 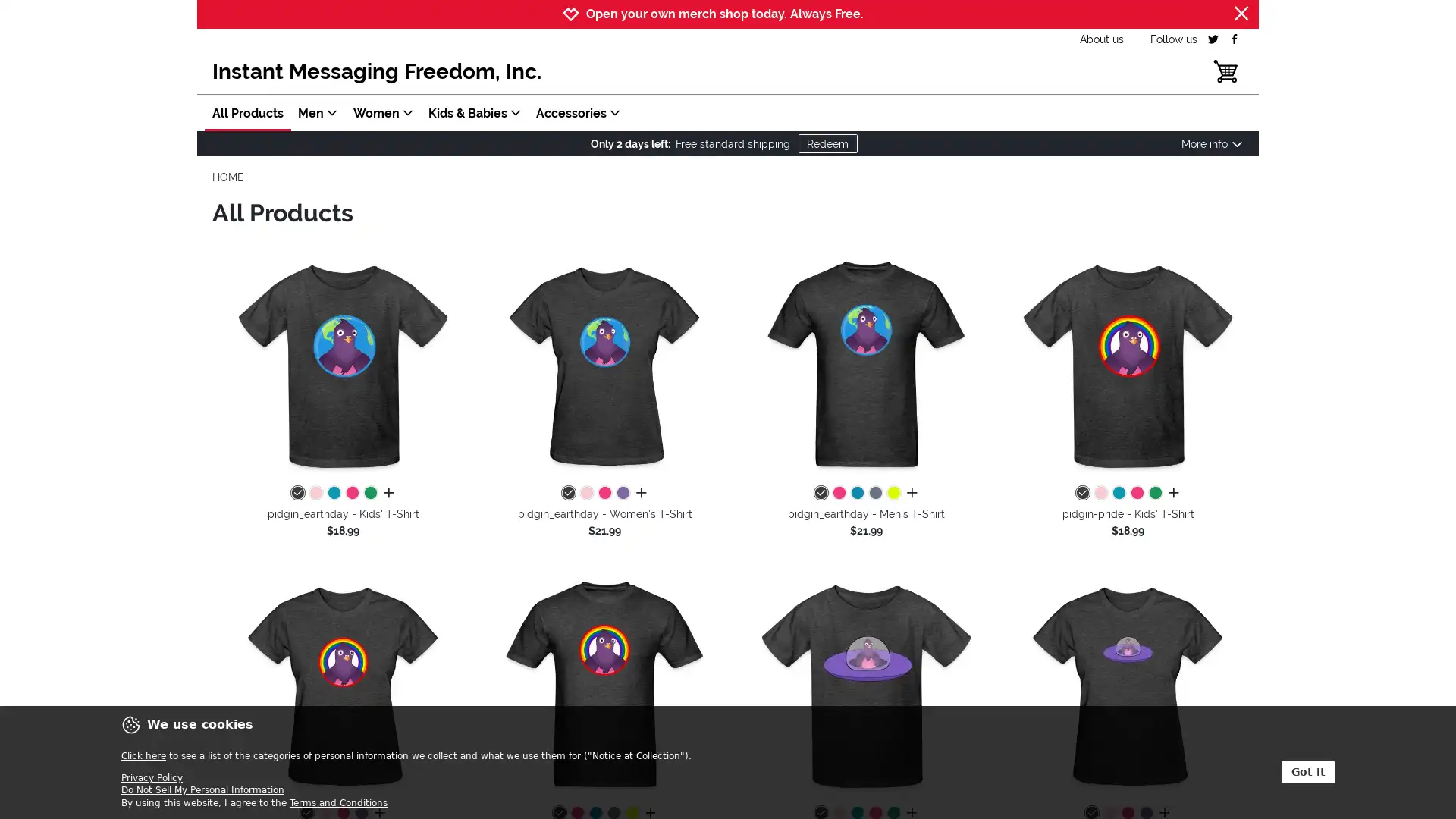 What do you see at coordinates (1128, 686) in the screenshot?
I see `Pidgin UFO - Women's T-Shirt` at bounding box center [1128, 686].